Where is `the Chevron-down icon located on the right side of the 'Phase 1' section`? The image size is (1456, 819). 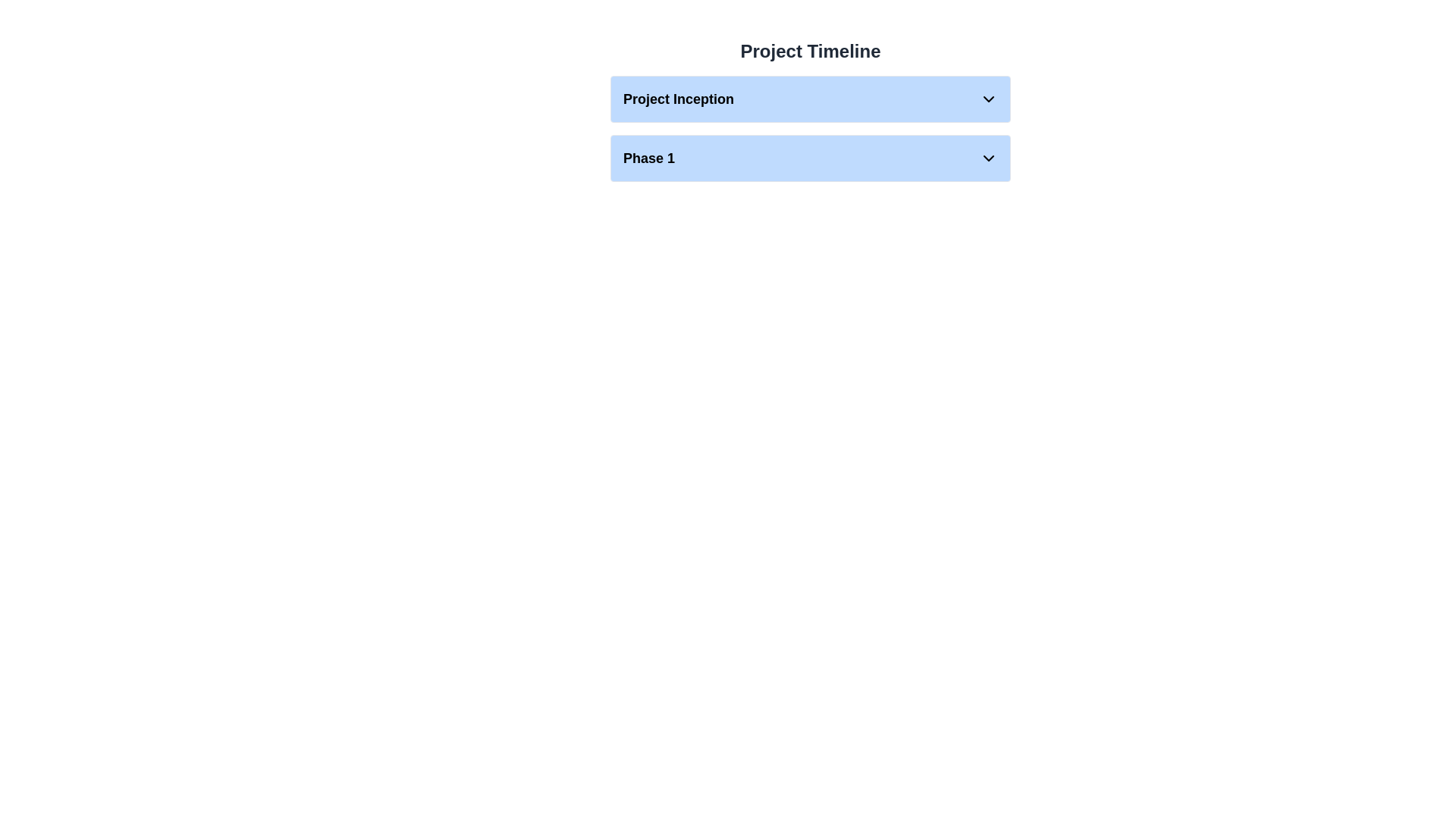 the Chevron-down icon located on the right side of the 'Phase 1' section is located at coordinates (989, 158).